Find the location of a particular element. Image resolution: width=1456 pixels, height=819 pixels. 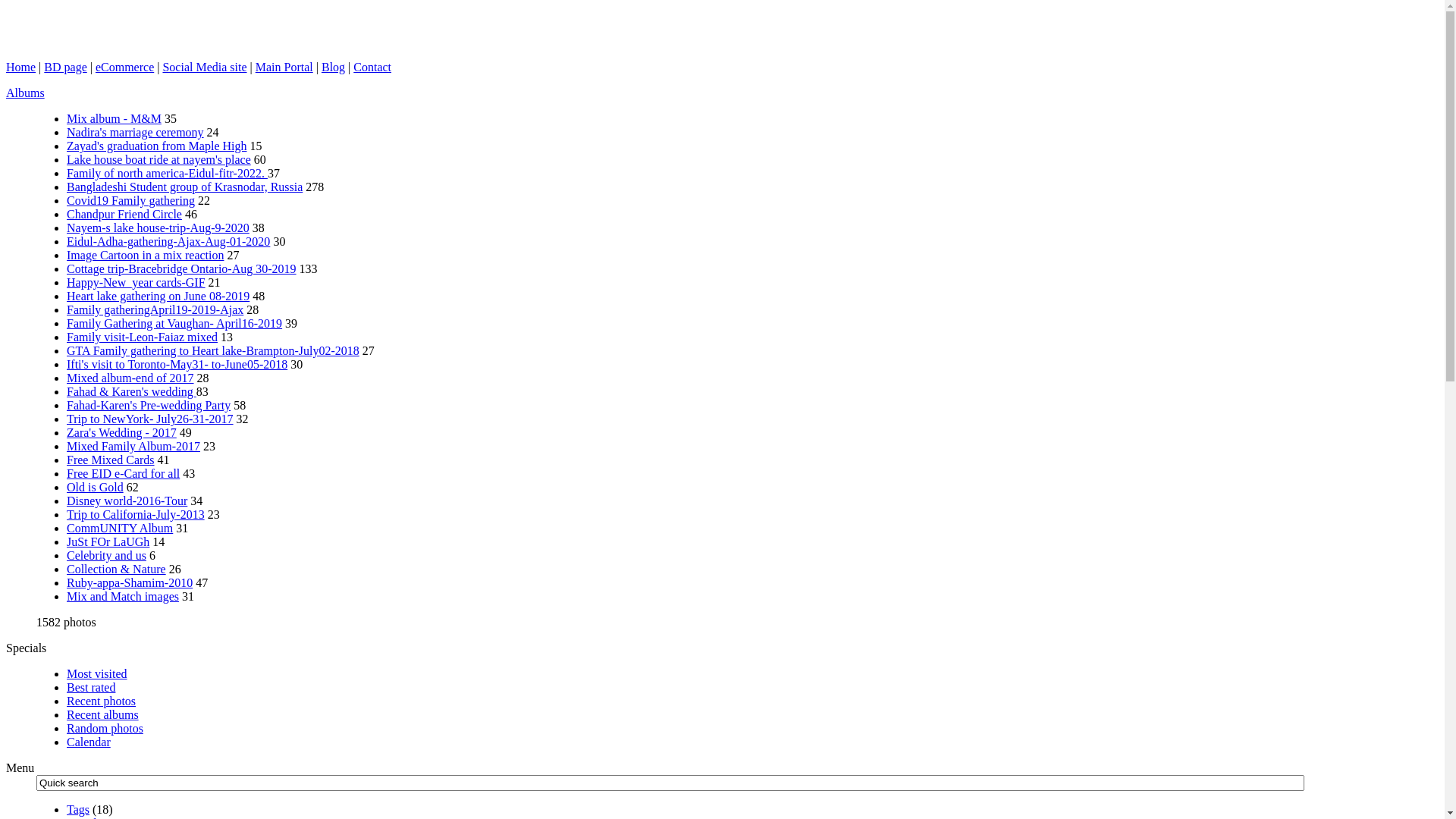

'Fahad & Karen's wedding' is located at coordinates (131, 391).